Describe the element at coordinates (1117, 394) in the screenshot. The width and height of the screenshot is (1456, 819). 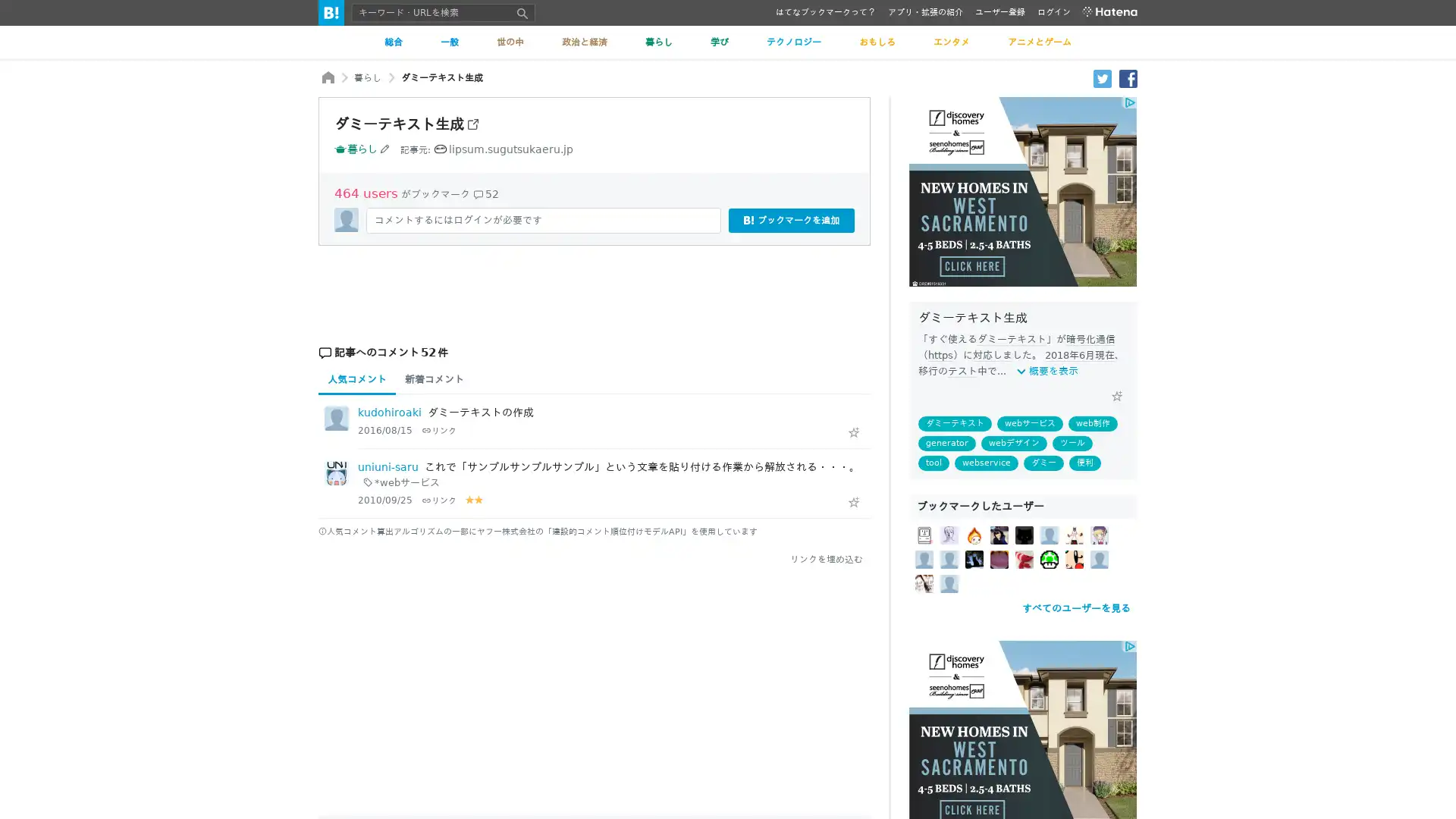
I see `Add Star` at that location.